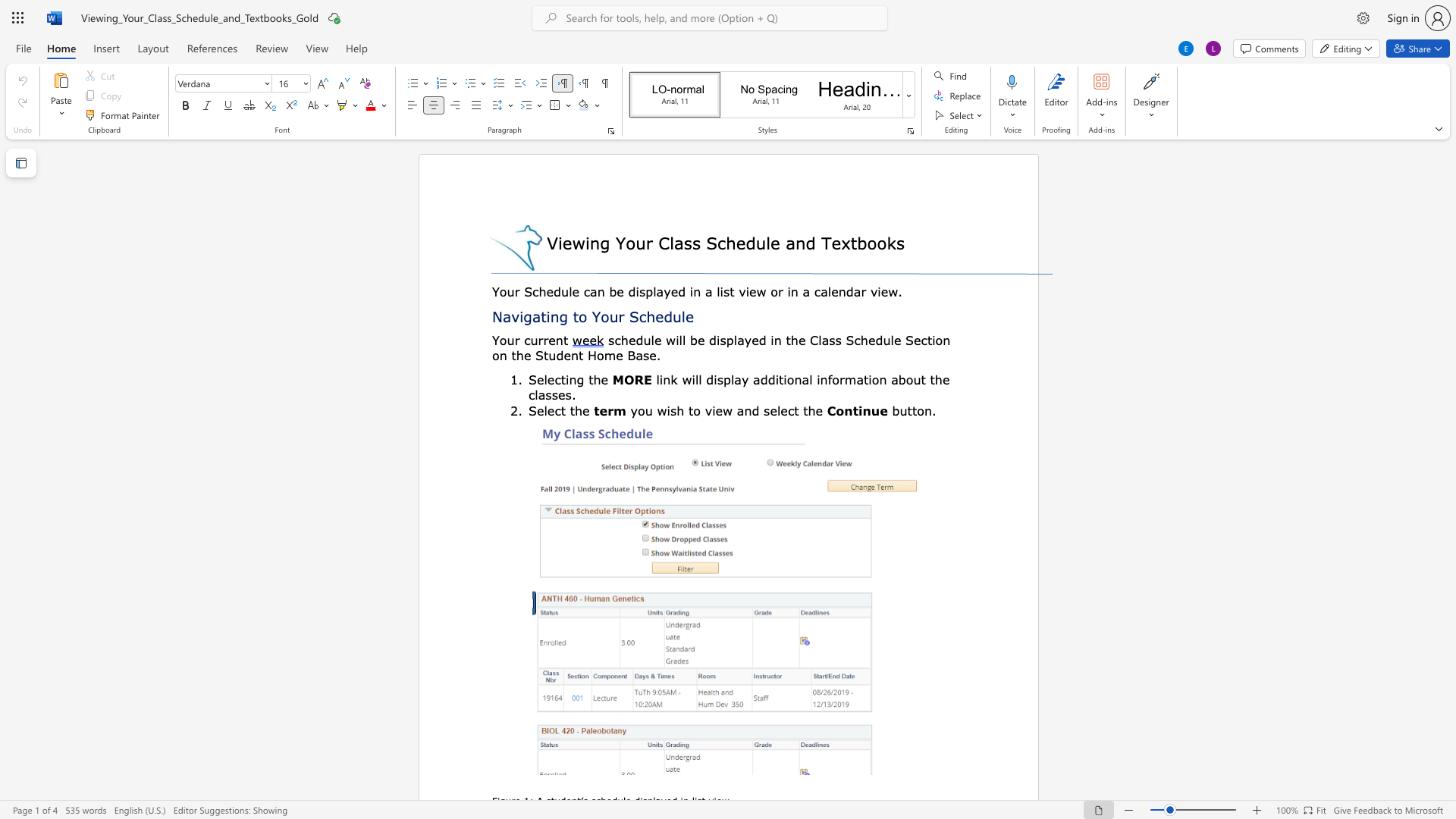 This screenshot has height=819, width=1456. What do you see at coordinates (632, 291) in the screenshot?
I see `the 2th character "d" in the text` at bounding box center [632, 291].